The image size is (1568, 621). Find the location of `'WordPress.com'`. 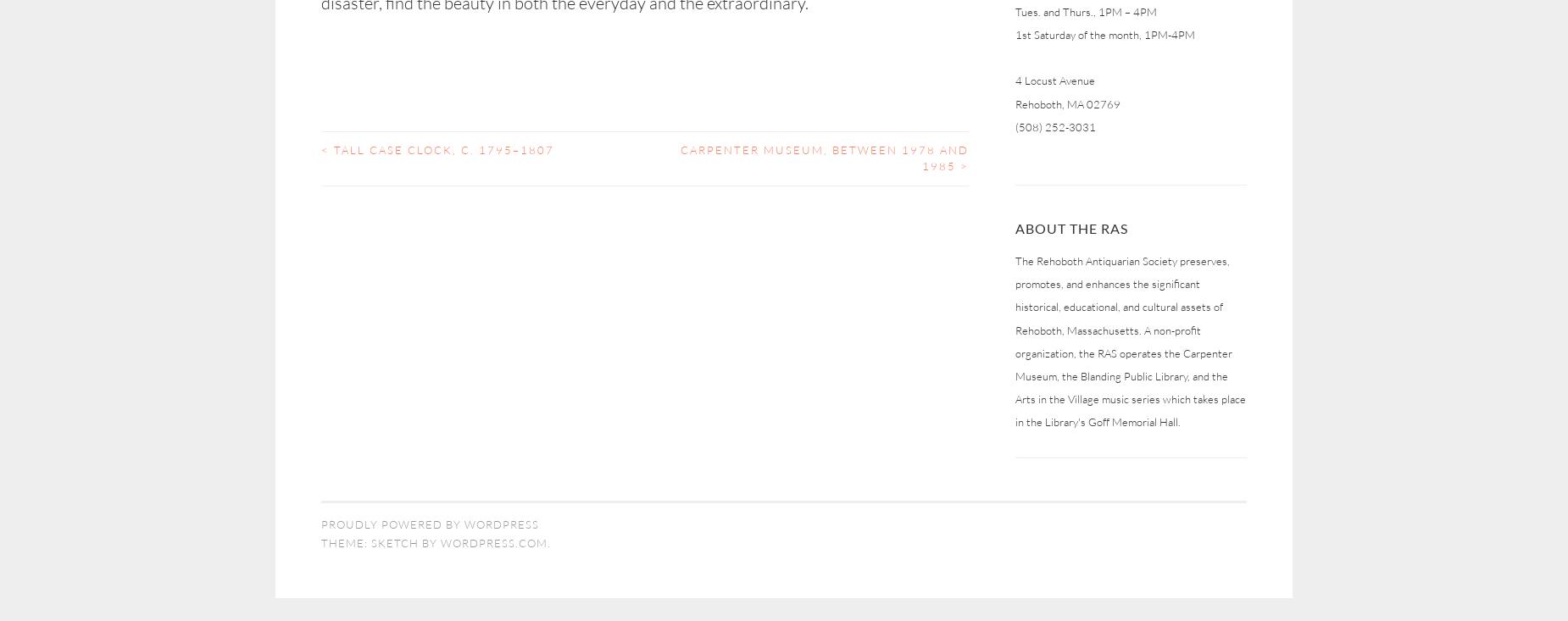

'WordPress.com' is located at coordinates (493, 541).